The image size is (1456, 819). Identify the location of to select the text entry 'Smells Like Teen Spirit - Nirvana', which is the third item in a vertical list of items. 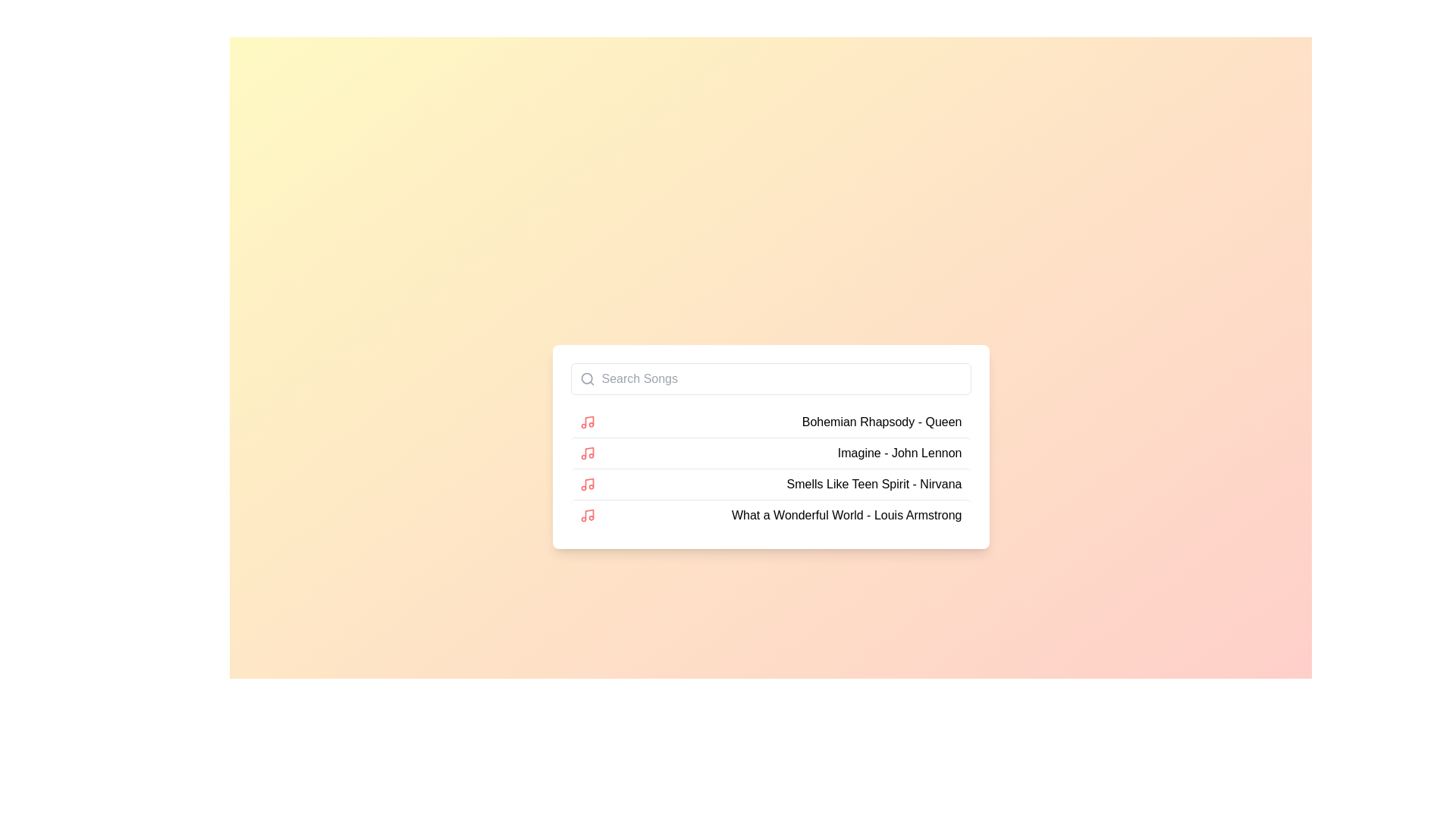
(874, 484).